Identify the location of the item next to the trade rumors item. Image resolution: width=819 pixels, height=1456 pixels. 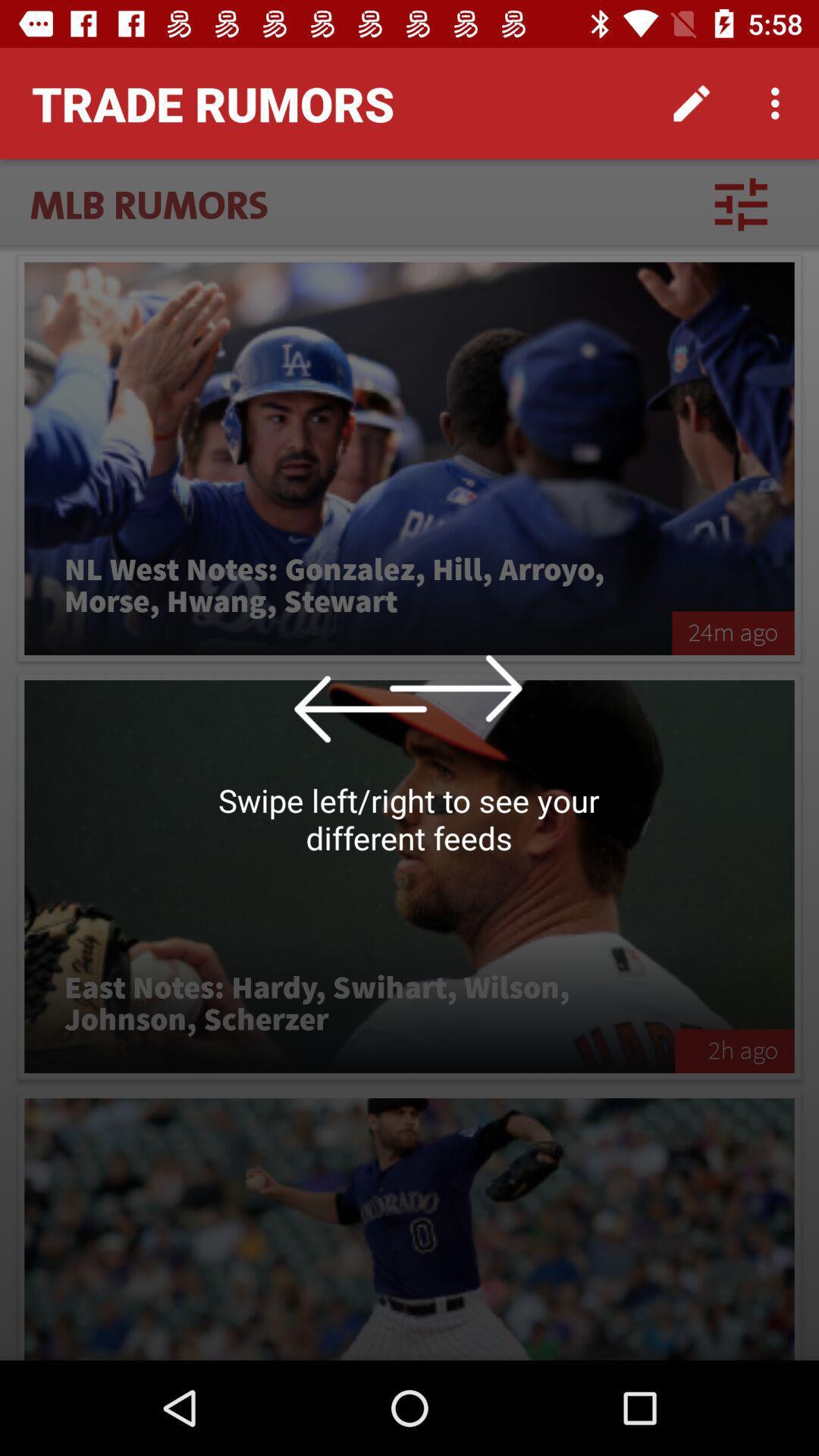
(691, 102).